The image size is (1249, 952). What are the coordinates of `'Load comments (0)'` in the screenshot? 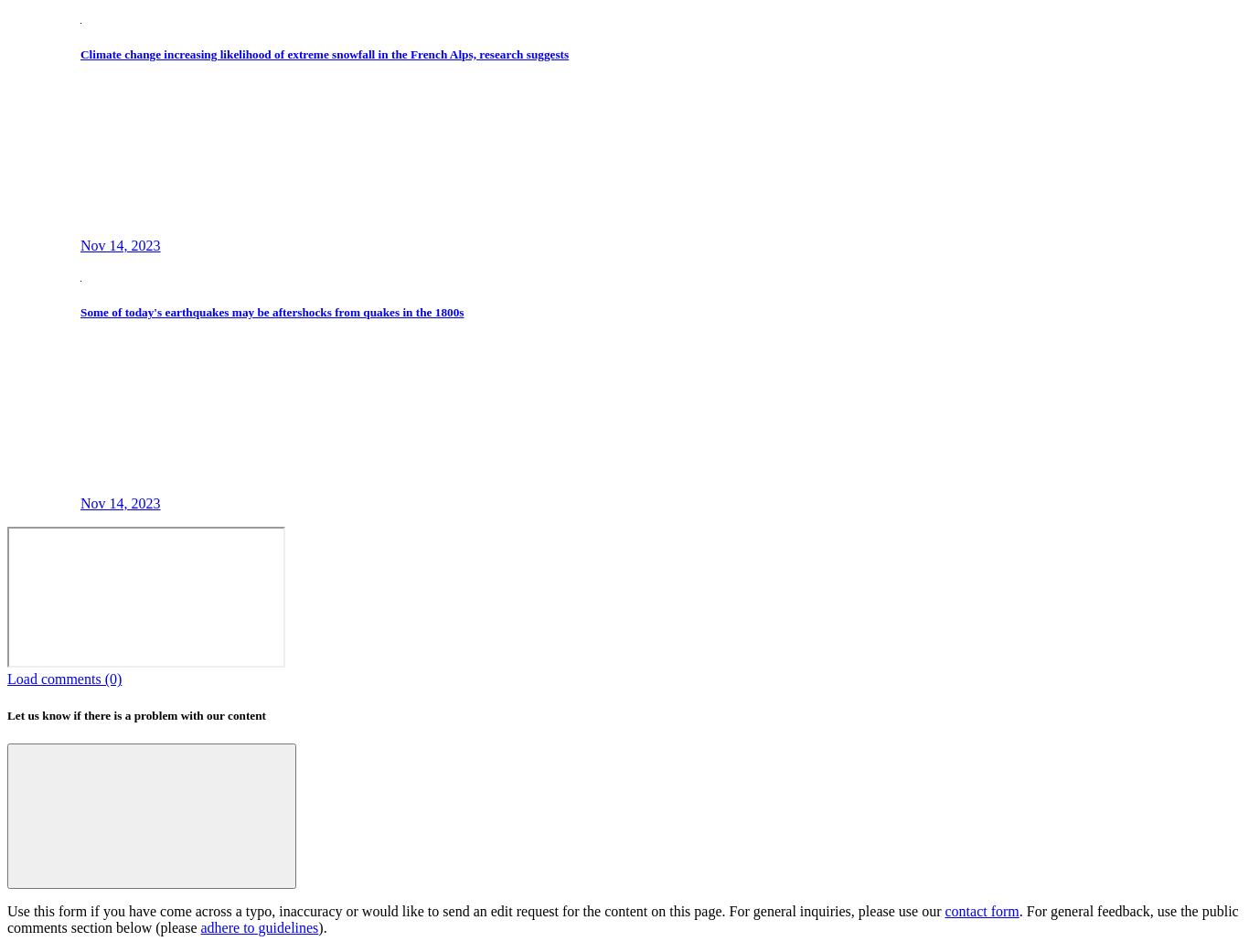 It's located at (7, 679).